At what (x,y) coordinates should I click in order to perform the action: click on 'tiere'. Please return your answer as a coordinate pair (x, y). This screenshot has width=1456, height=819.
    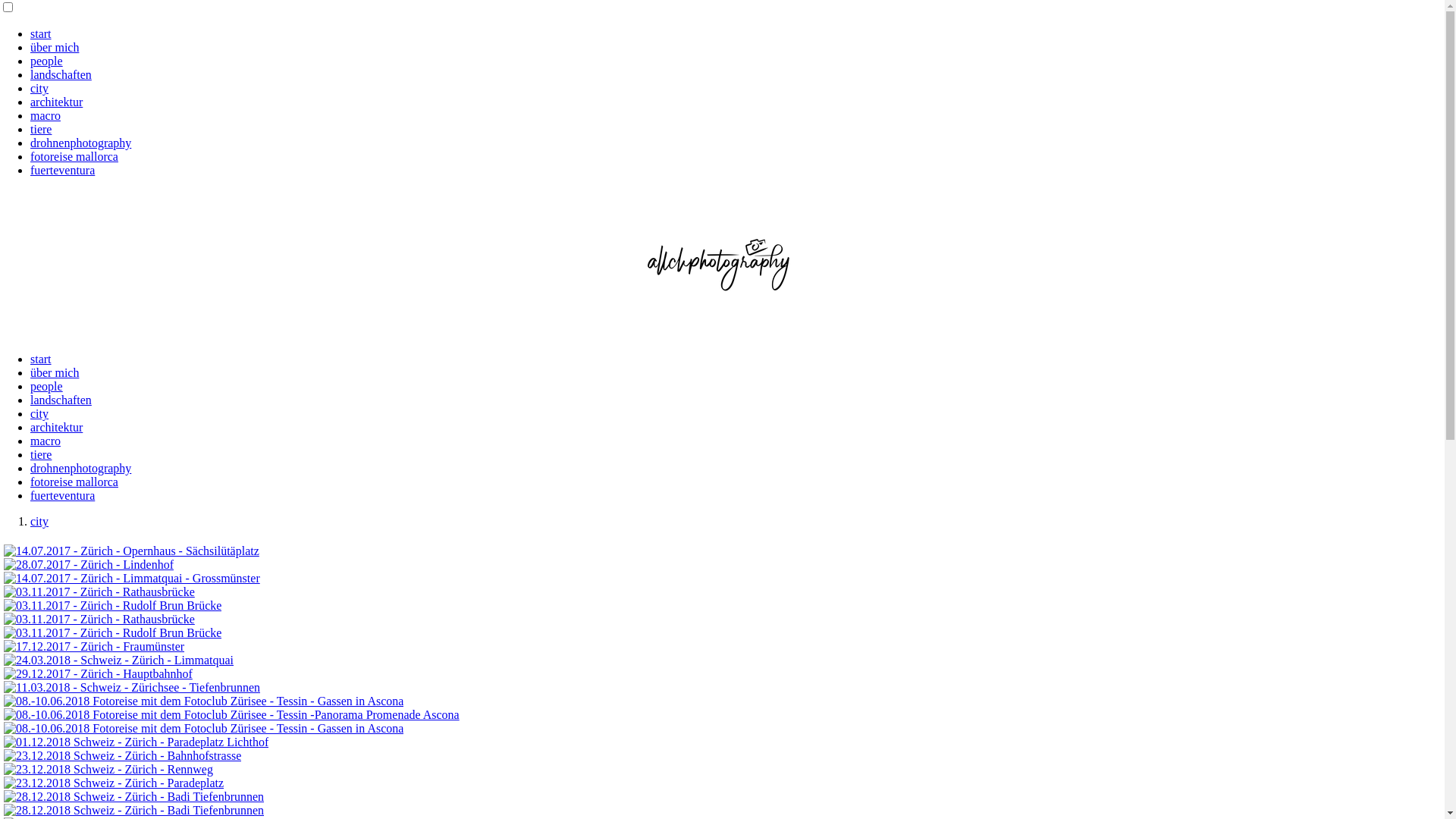
    Looking at the image, I should click on (30, 453).